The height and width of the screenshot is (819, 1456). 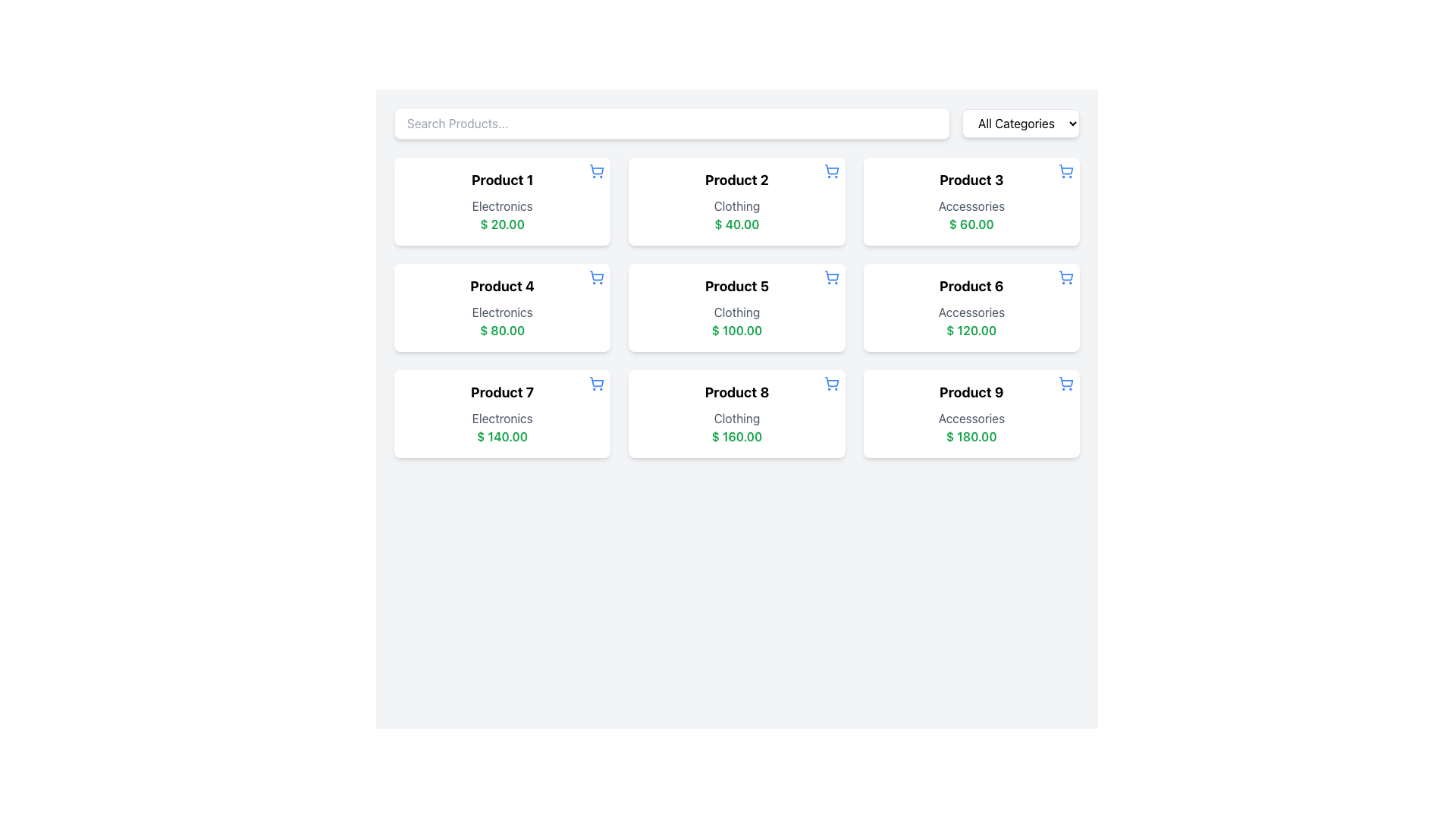 I want to click on the green text label displaying the price '$ 80.00' located at the bottom-center of the 'Product 4' card under the 'Electronics' label, so click(x=502, y=329).